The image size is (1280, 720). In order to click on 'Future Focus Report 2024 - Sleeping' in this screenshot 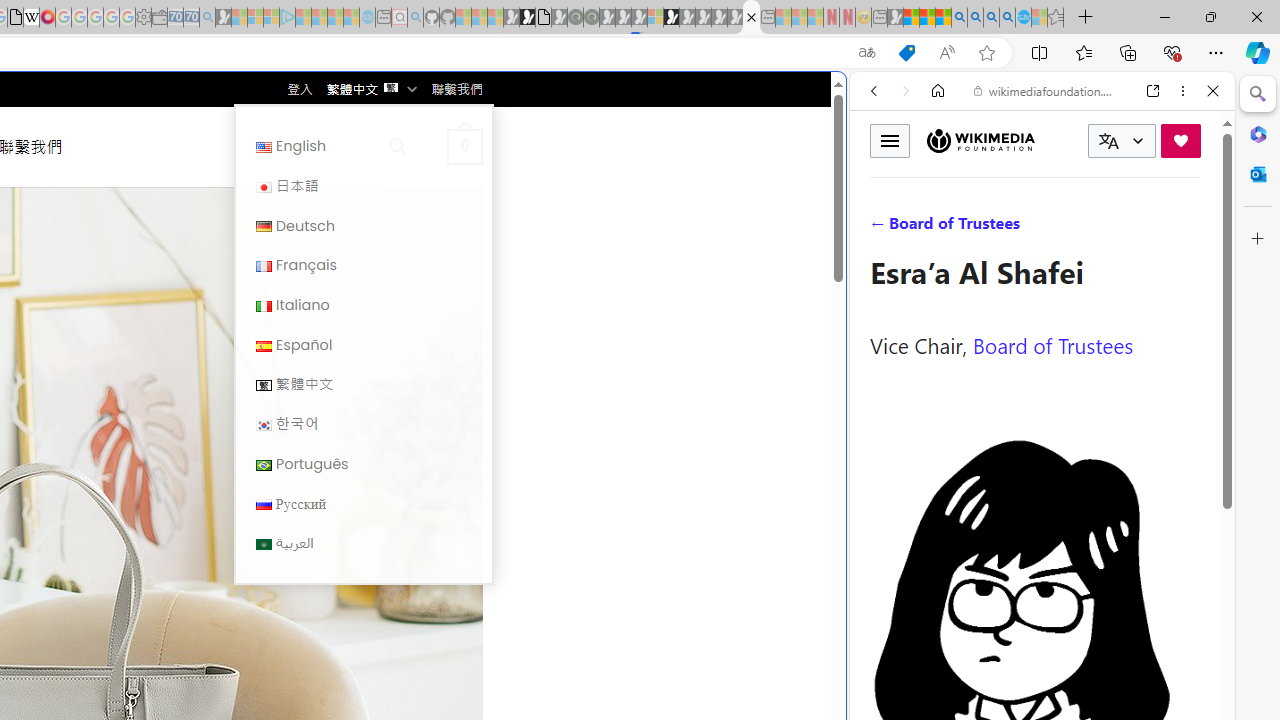, I will do `click(590, 17)`.